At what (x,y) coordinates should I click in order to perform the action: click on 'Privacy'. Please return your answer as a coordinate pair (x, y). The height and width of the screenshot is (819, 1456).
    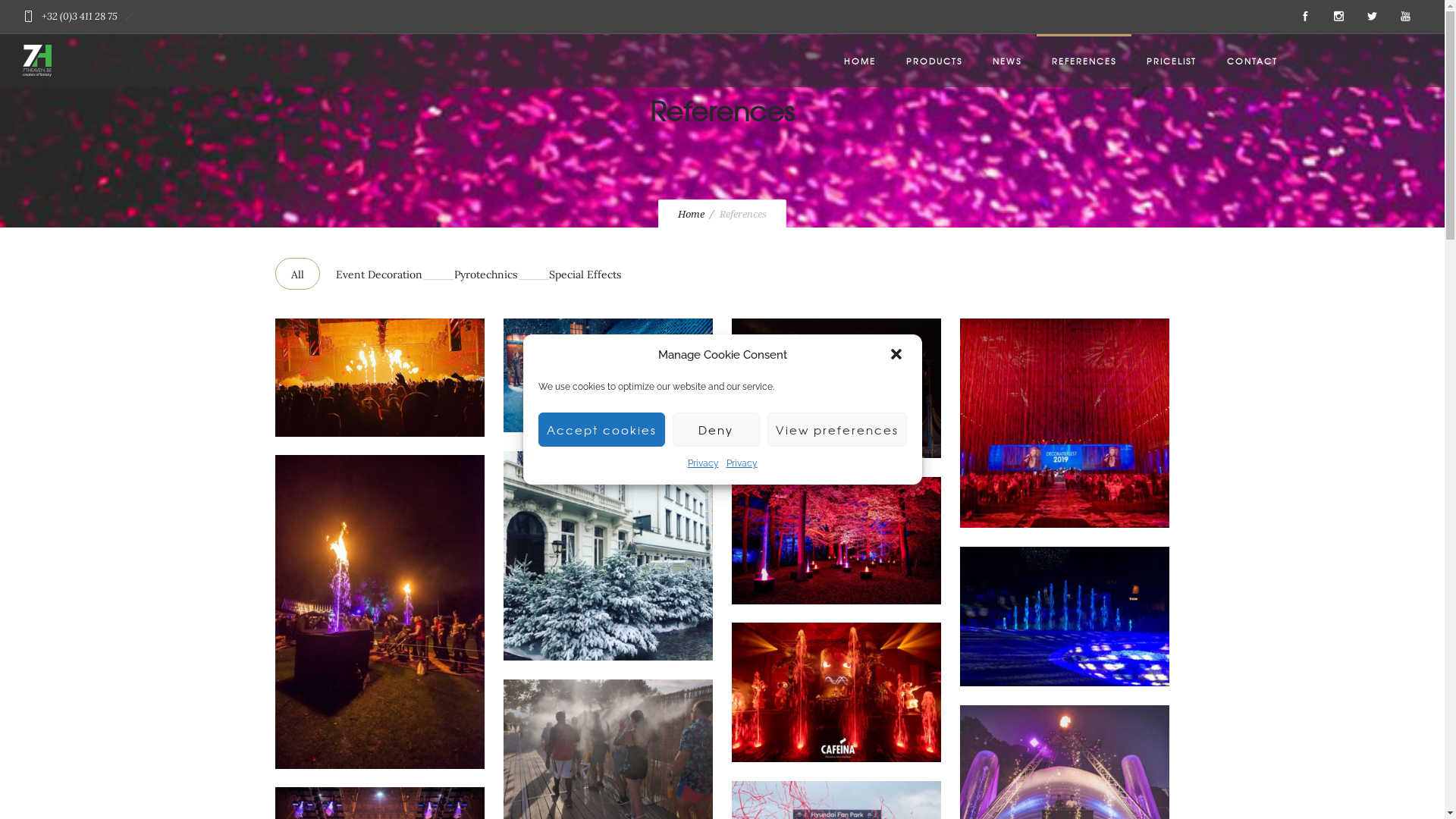
    Looking at the image, I should click on (742, 463).